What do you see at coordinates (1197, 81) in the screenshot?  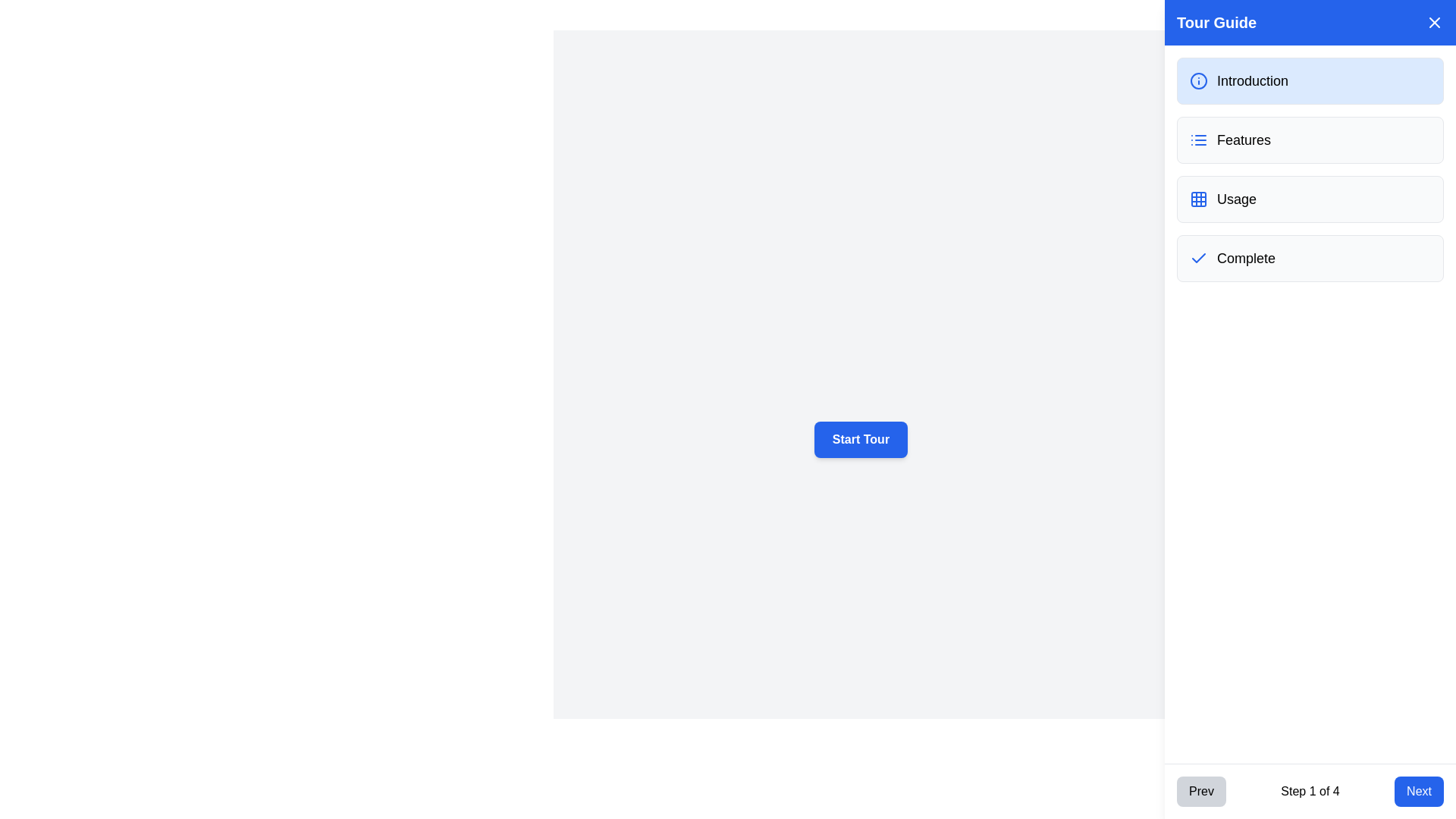 I see `the informational icon with a blue outline and a smaller blue dot inside, located to the left of the 'Introduction' text label in the 'Tour Guide' menu` at bounding box center [1197, 81].